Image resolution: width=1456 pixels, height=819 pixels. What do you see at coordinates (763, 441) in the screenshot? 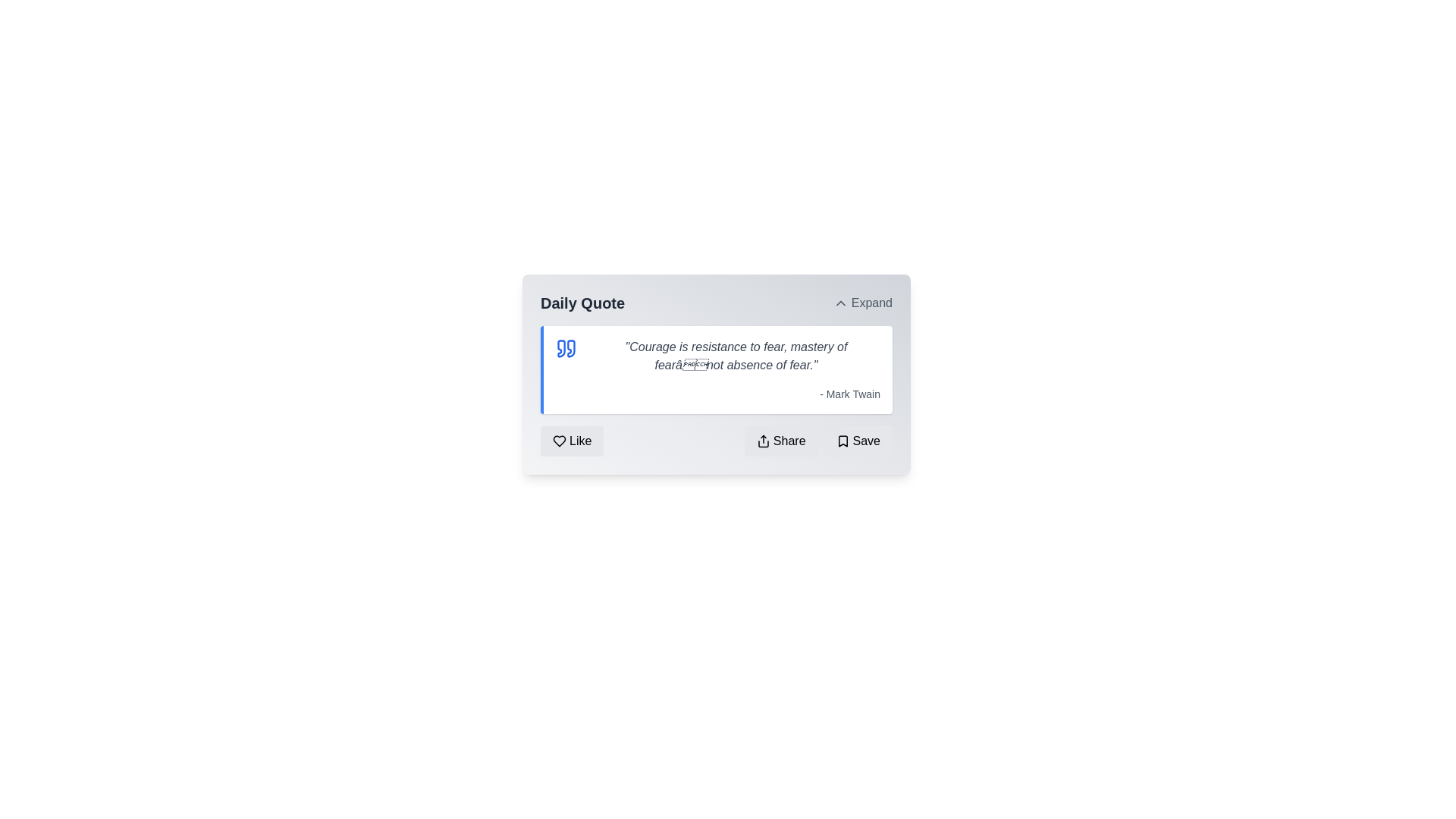
I see `the sharing icon inside the 'Share' button at the bottom center of the card layout containing the 'Daily Quote'` at bounding box center [763, 441].